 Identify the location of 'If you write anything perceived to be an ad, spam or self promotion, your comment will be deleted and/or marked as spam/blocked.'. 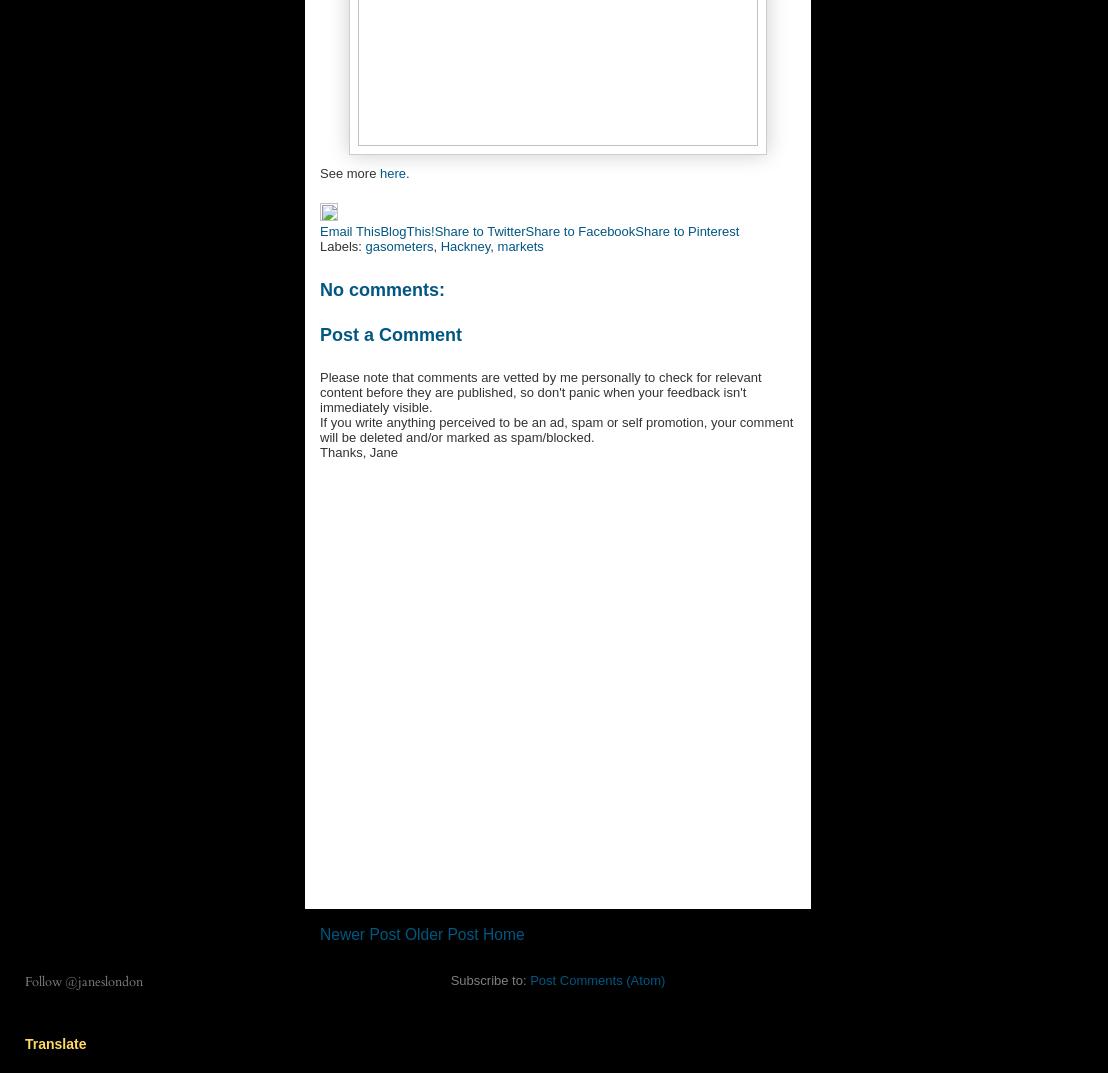
(556, 428).